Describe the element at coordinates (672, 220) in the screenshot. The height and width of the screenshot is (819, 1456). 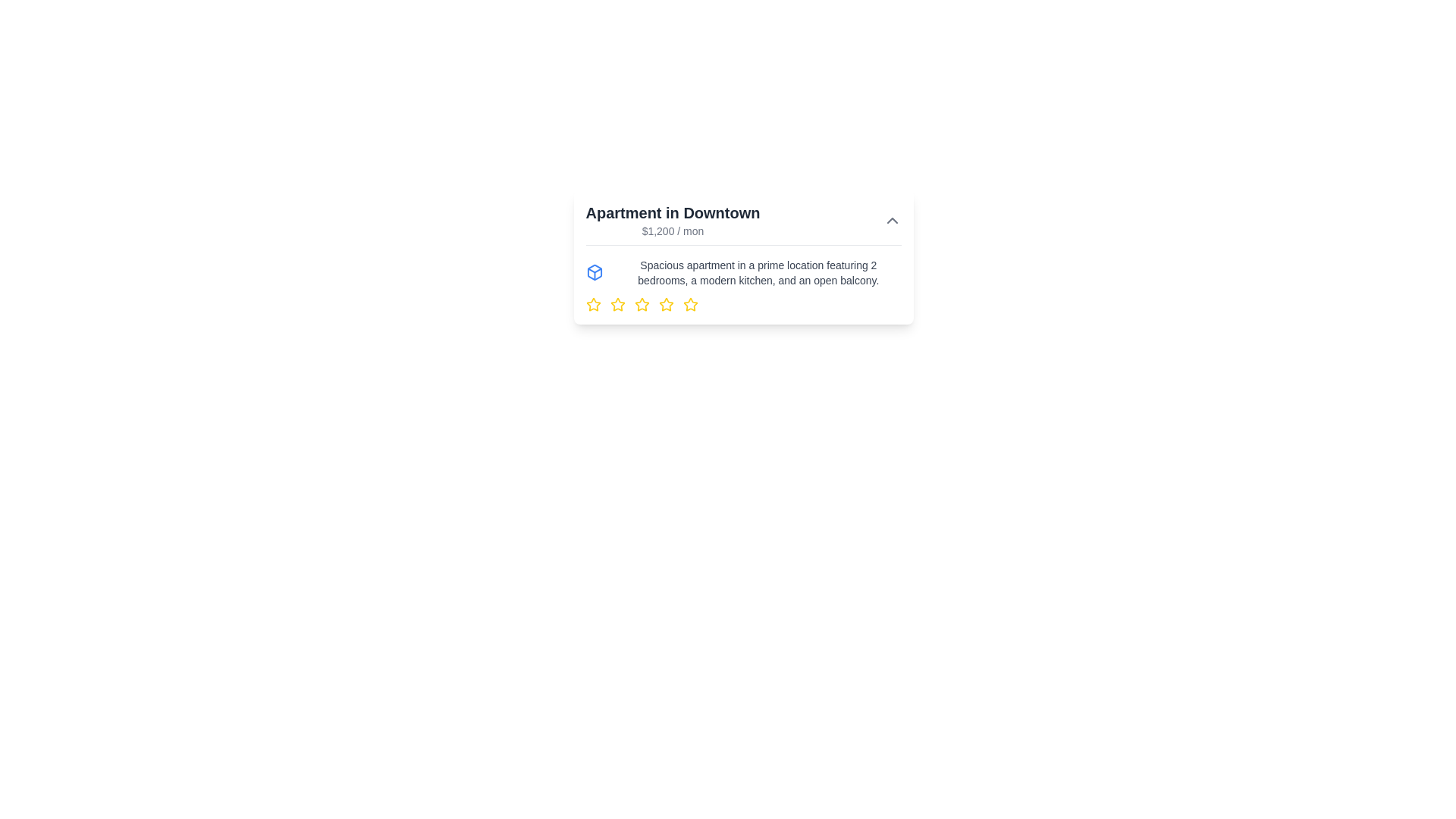
I see `the text block that provides details about a property listing, including its title and price per month` at that location.